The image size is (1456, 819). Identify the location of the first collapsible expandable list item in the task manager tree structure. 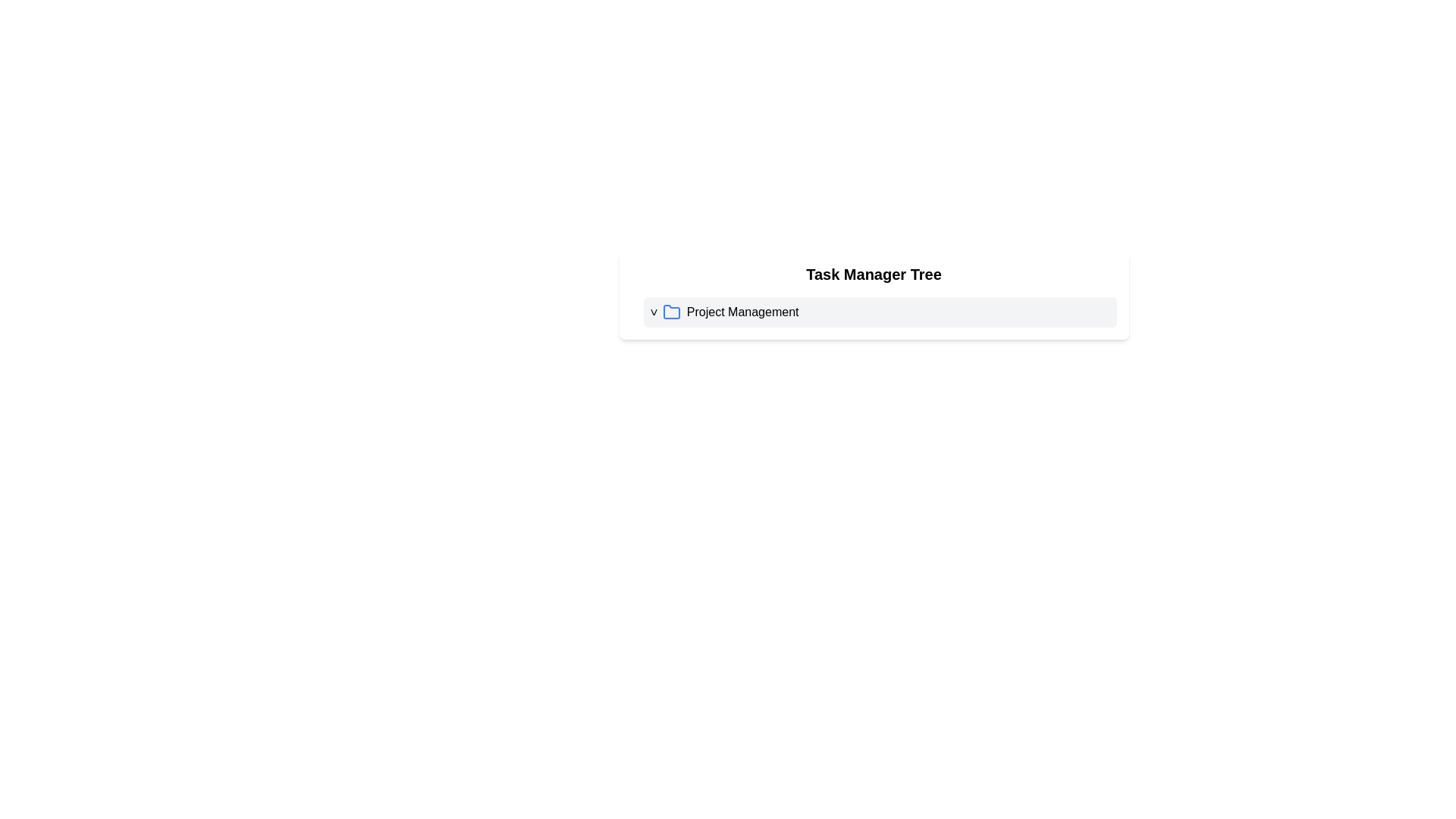
(880, 312).